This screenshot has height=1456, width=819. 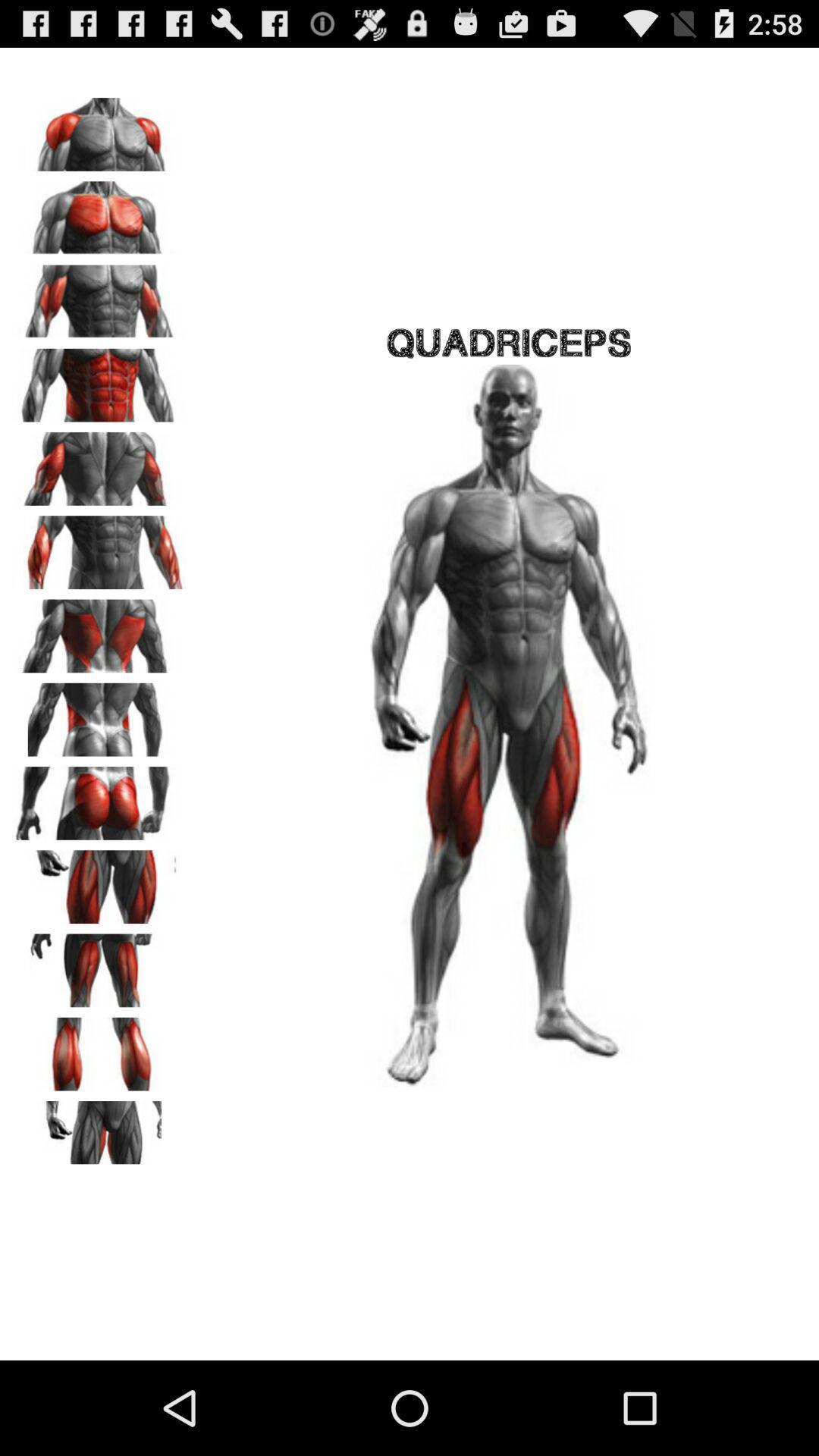 I want to click on side muscles image, so click(x=99, y=714).